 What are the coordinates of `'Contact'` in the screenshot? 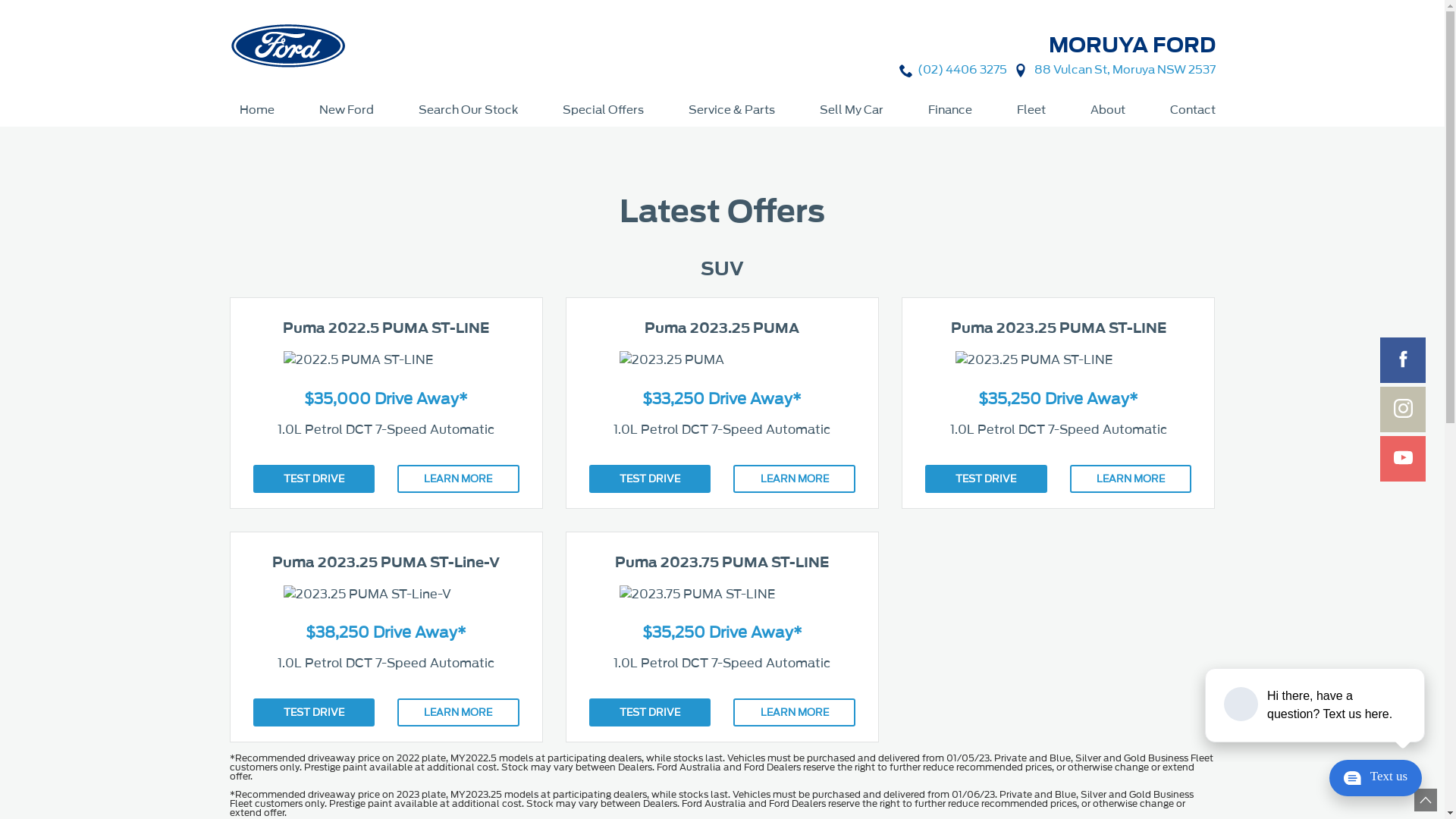 It's located at (1187, 109).